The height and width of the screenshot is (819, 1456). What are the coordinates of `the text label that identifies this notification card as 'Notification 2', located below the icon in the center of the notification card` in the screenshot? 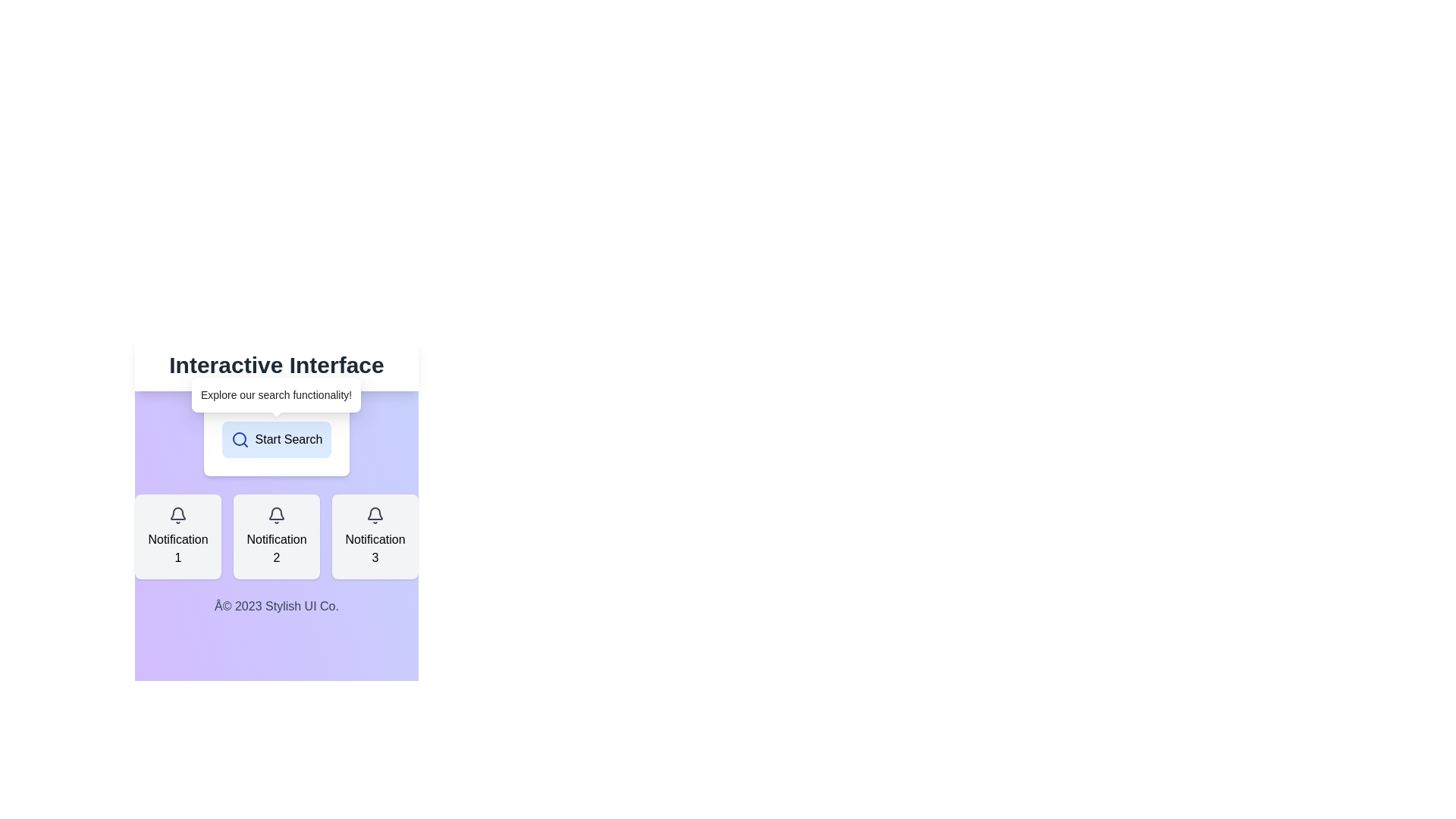 It's located at (276, 549).